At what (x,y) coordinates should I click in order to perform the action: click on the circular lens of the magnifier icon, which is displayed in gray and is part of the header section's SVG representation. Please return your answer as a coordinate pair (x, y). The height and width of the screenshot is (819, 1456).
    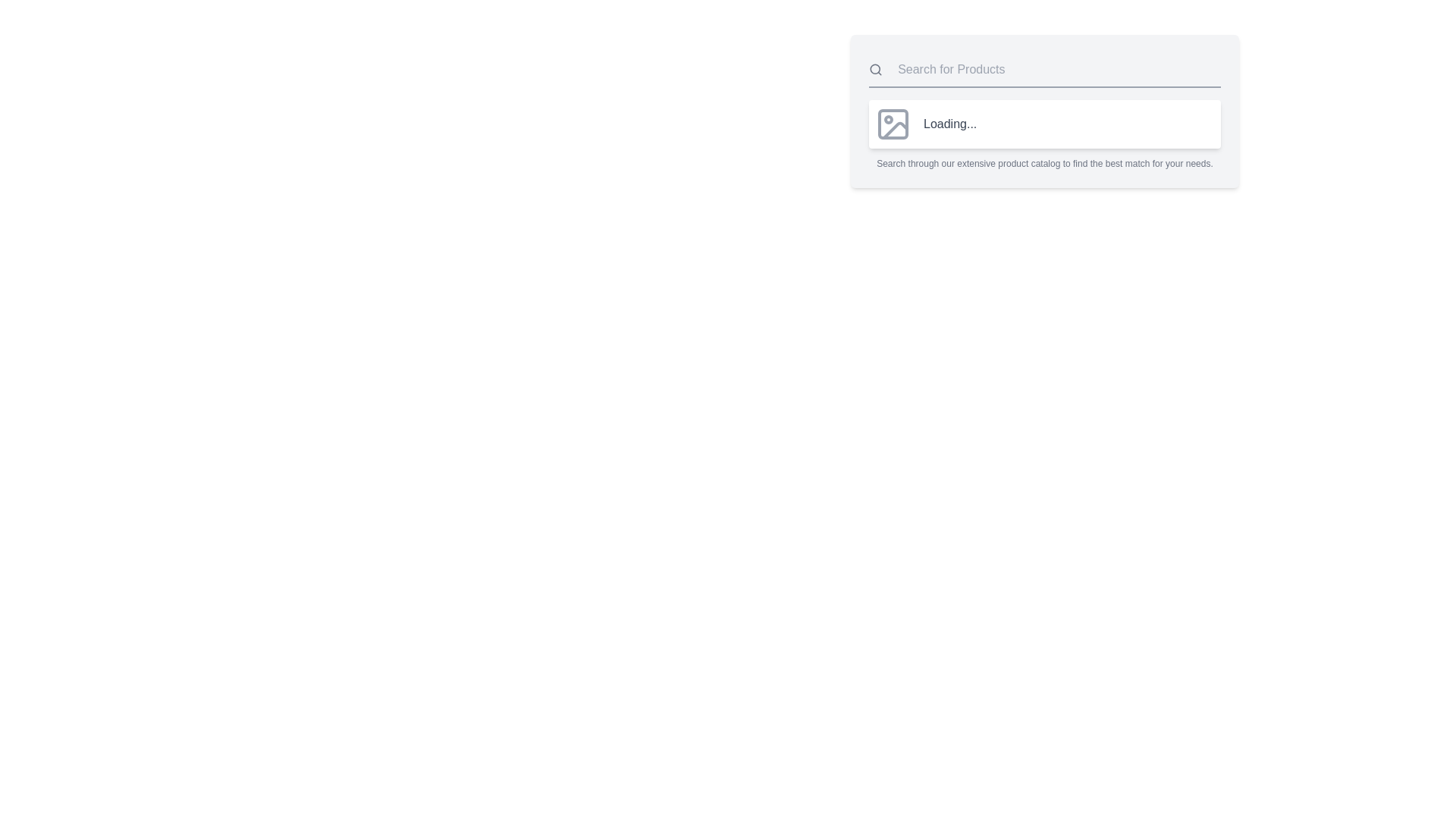
    Looking at the image, I should click on (875, 69).